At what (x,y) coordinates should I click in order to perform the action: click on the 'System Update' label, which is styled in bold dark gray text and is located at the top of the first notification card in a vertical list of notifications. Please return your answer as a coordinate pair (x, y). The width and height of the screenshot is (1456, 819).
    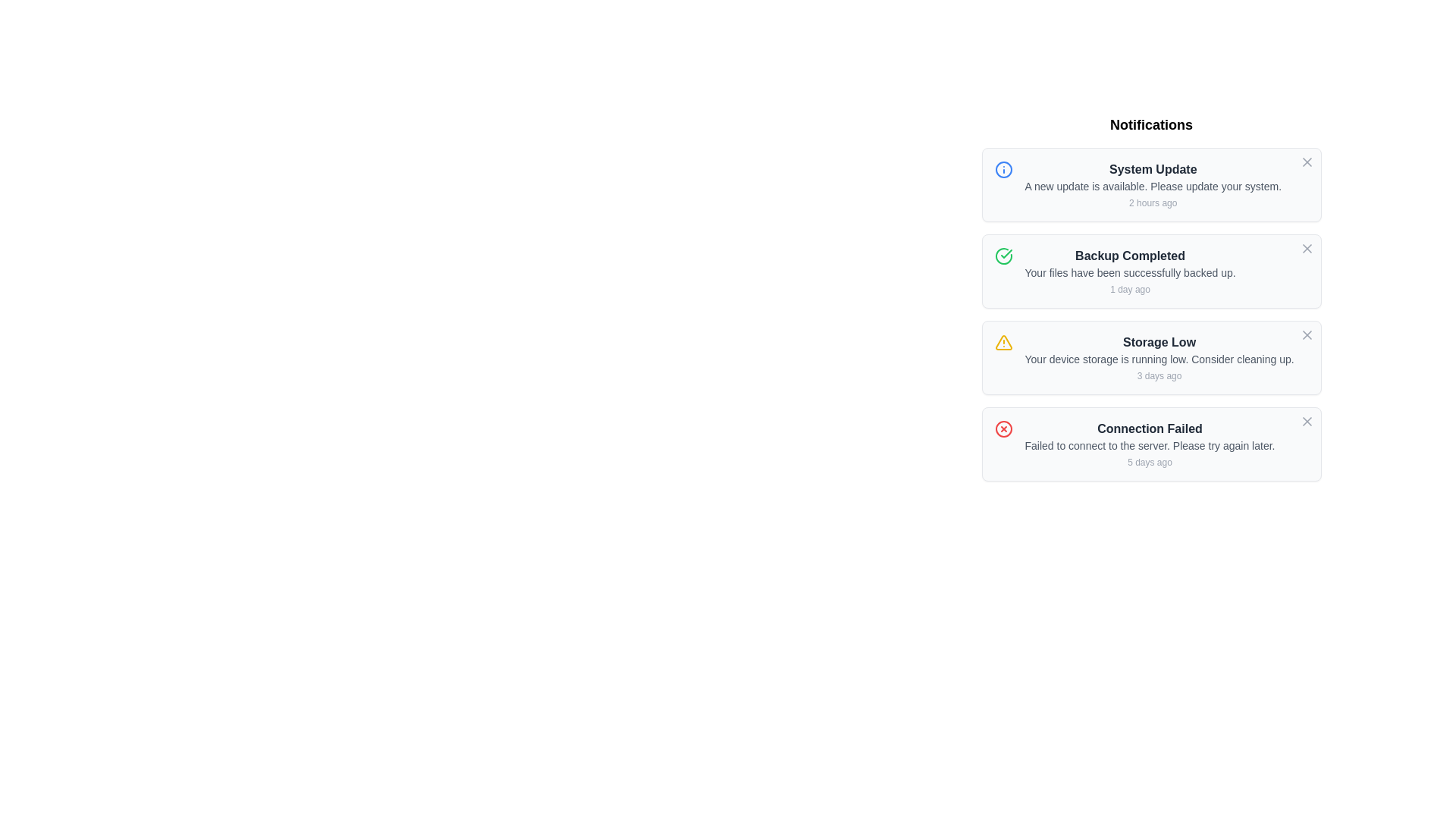
    Looking at the image, I should click on (1153, 169).